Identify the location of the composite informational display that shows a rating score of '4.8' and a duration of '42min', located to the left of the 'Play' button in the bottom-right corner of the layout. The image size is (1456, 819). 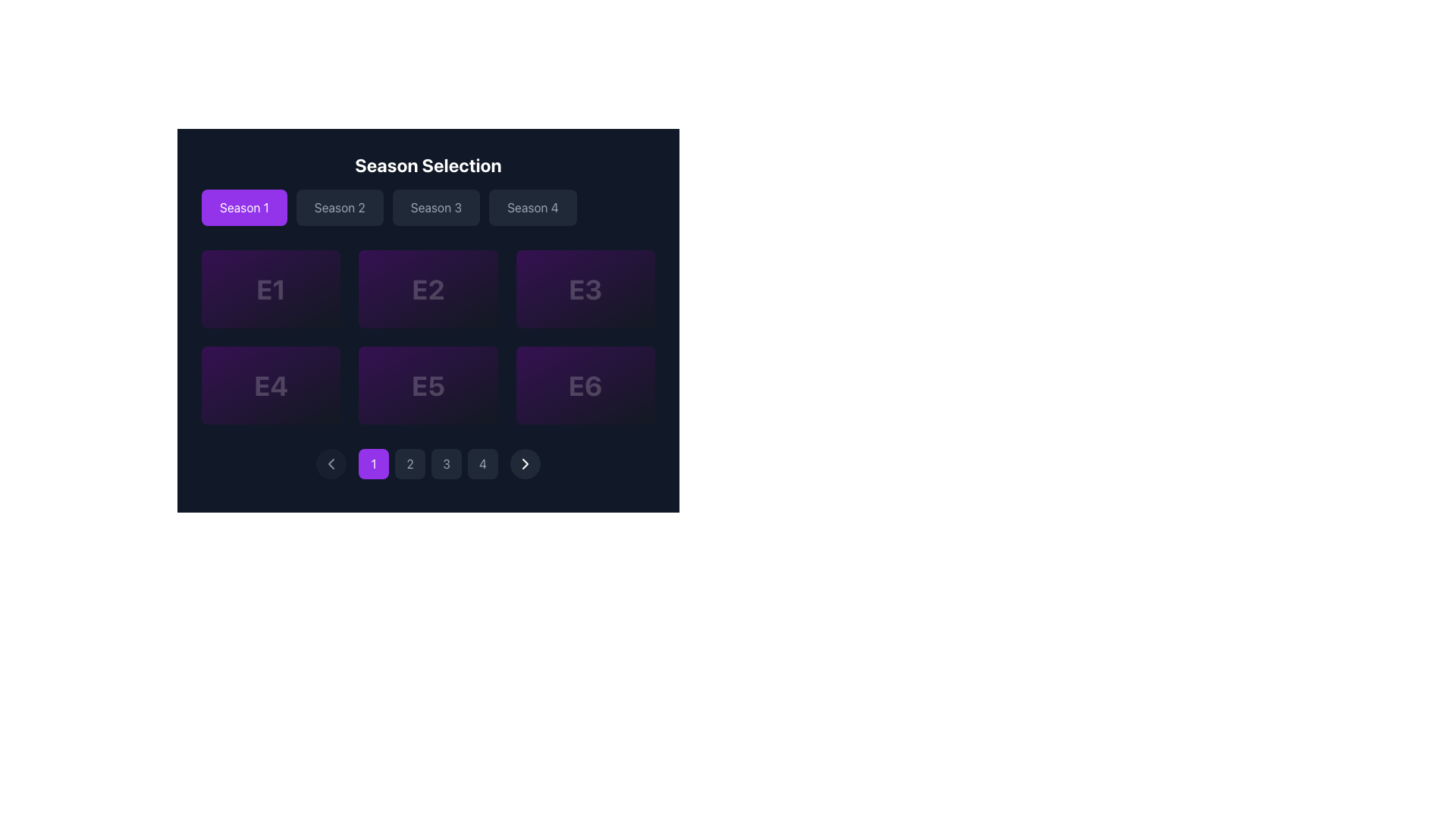
(575, 345).